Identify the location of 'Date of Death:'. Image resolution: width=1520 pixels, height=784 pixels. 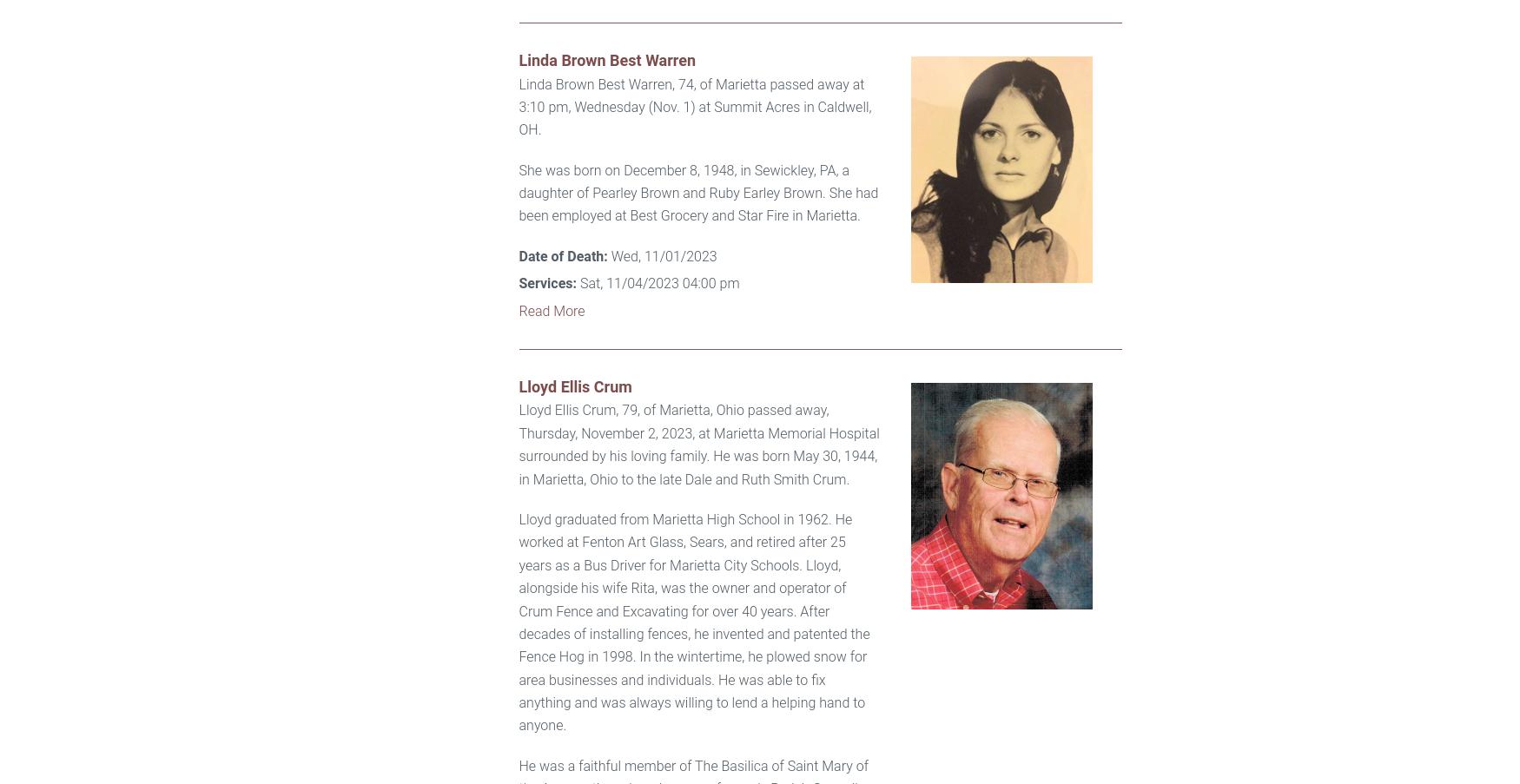
(562, 254).